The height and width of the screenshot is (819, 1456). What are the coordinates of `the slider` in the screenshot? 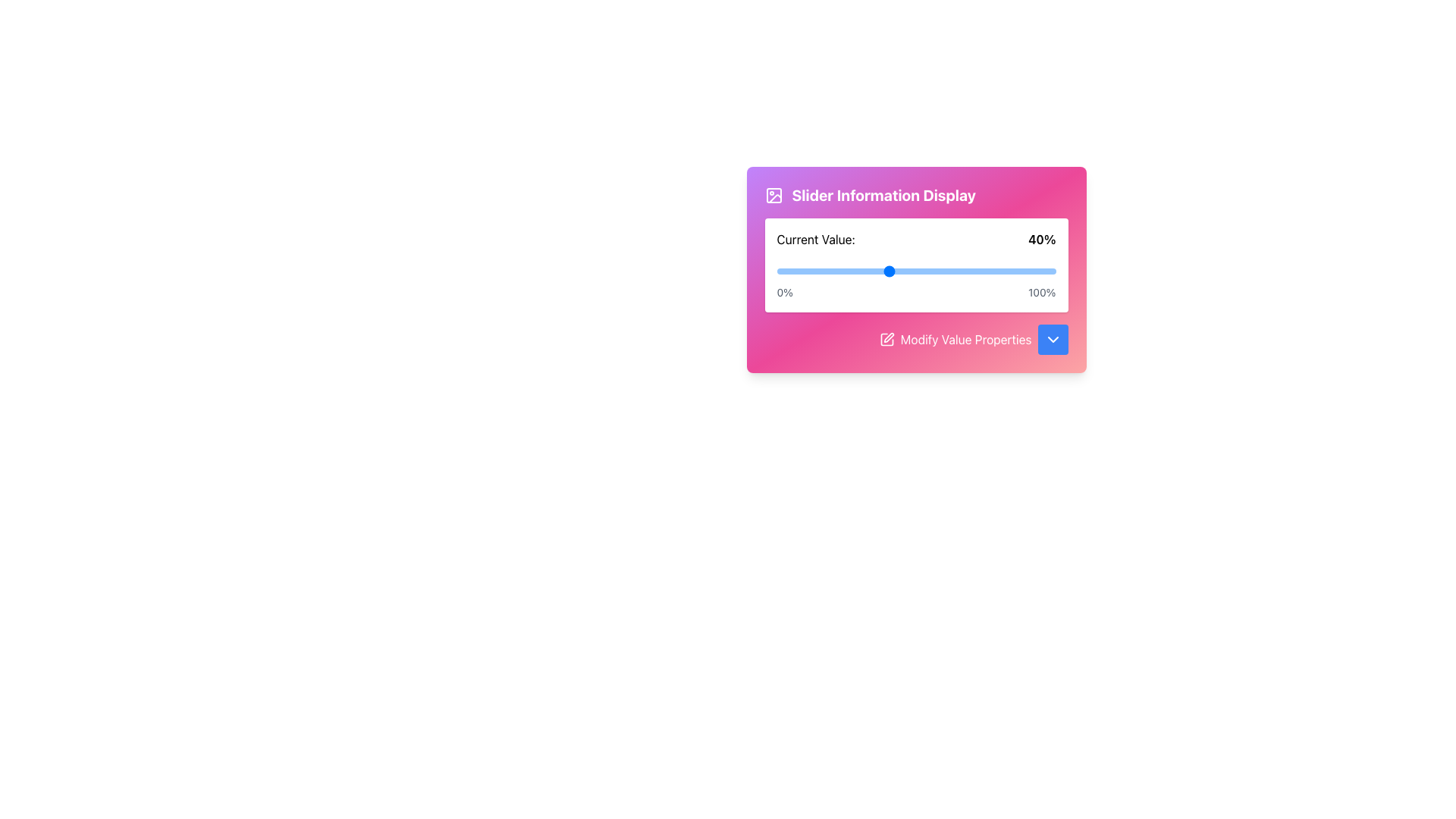 It's located at (1043, 271).